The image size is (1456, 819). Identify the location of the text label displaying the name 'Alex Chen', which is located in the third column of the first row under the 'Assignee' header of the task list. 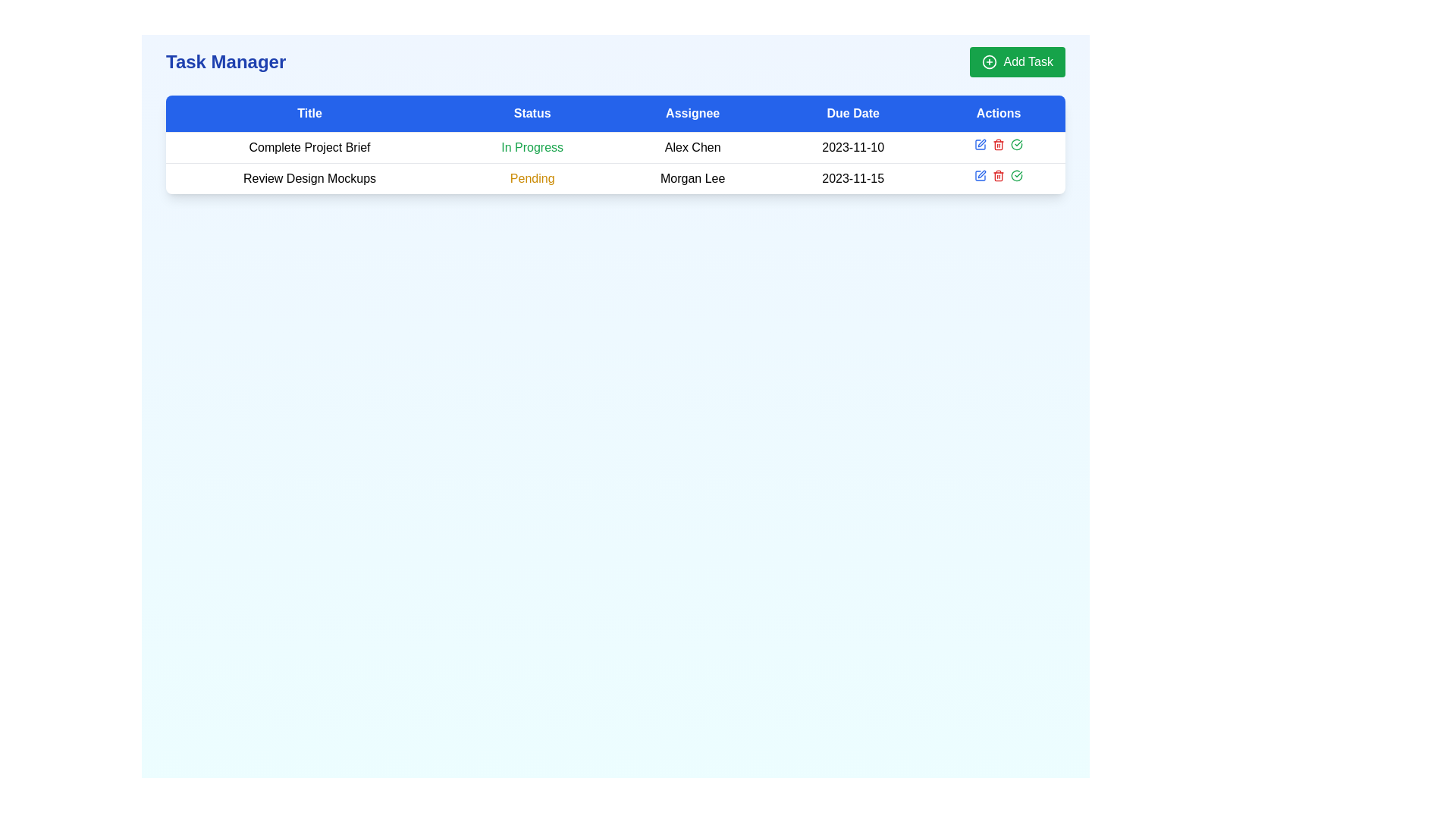
(692, 148).